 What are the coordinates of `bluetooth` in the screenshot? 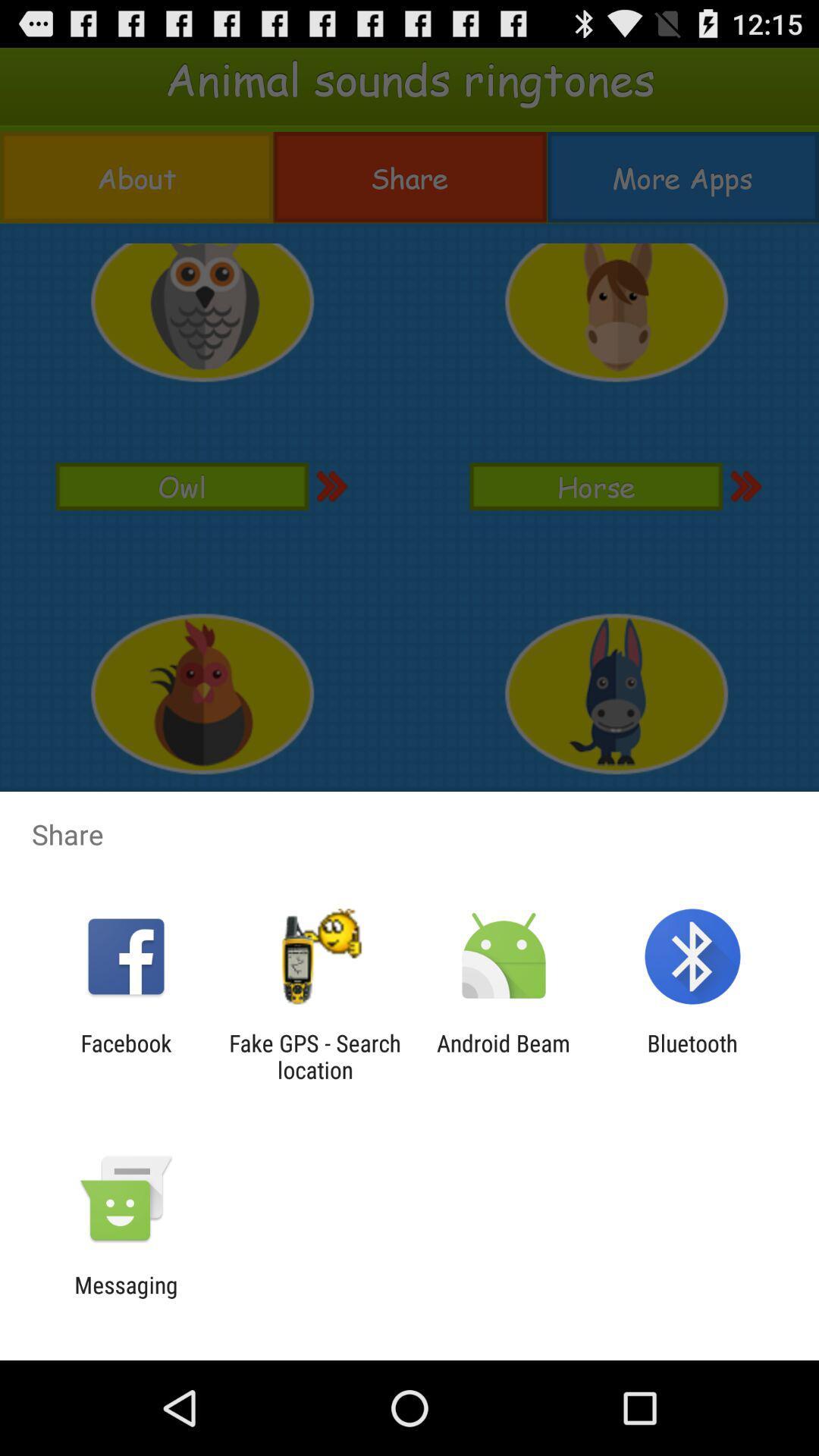 It's located at (692, 1056).